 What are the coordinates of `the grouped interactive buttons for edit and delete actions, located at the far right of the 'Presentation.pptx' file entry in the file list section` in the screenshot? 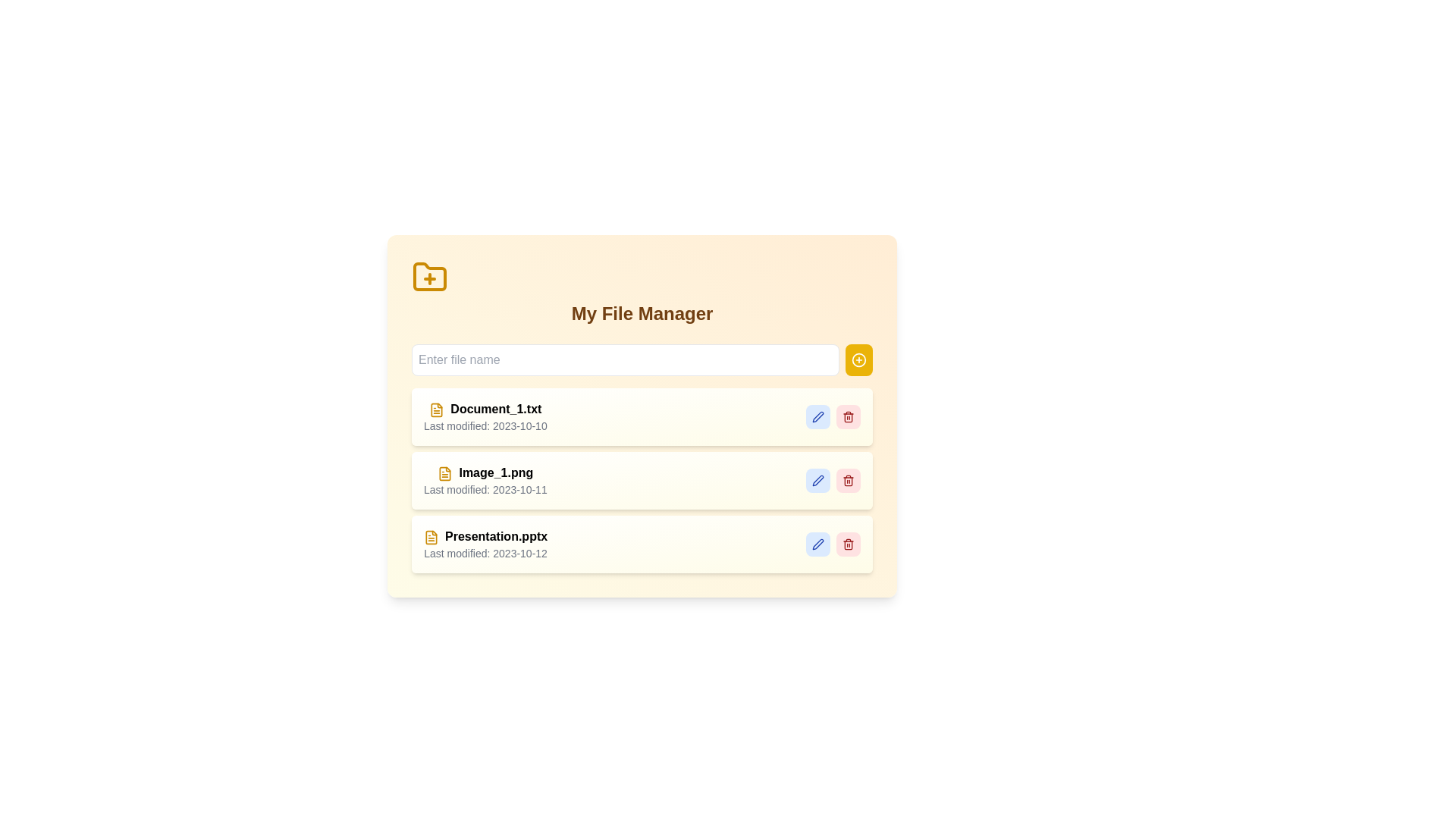 It's located at (833, 543).